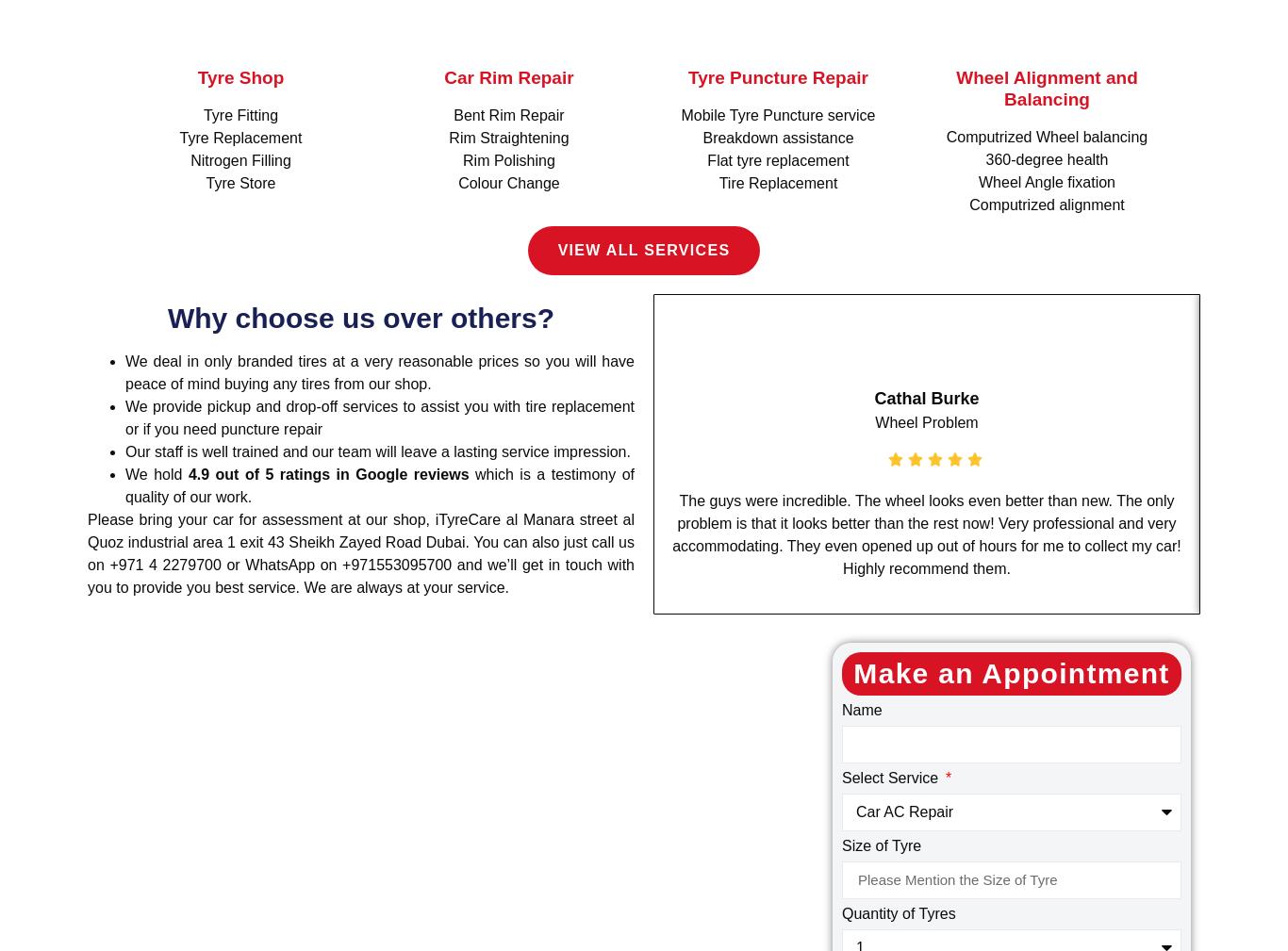 The height and width of the screenshot is (951, 1288). I want to click on 'Make an Appointment', so click(1010, 672).